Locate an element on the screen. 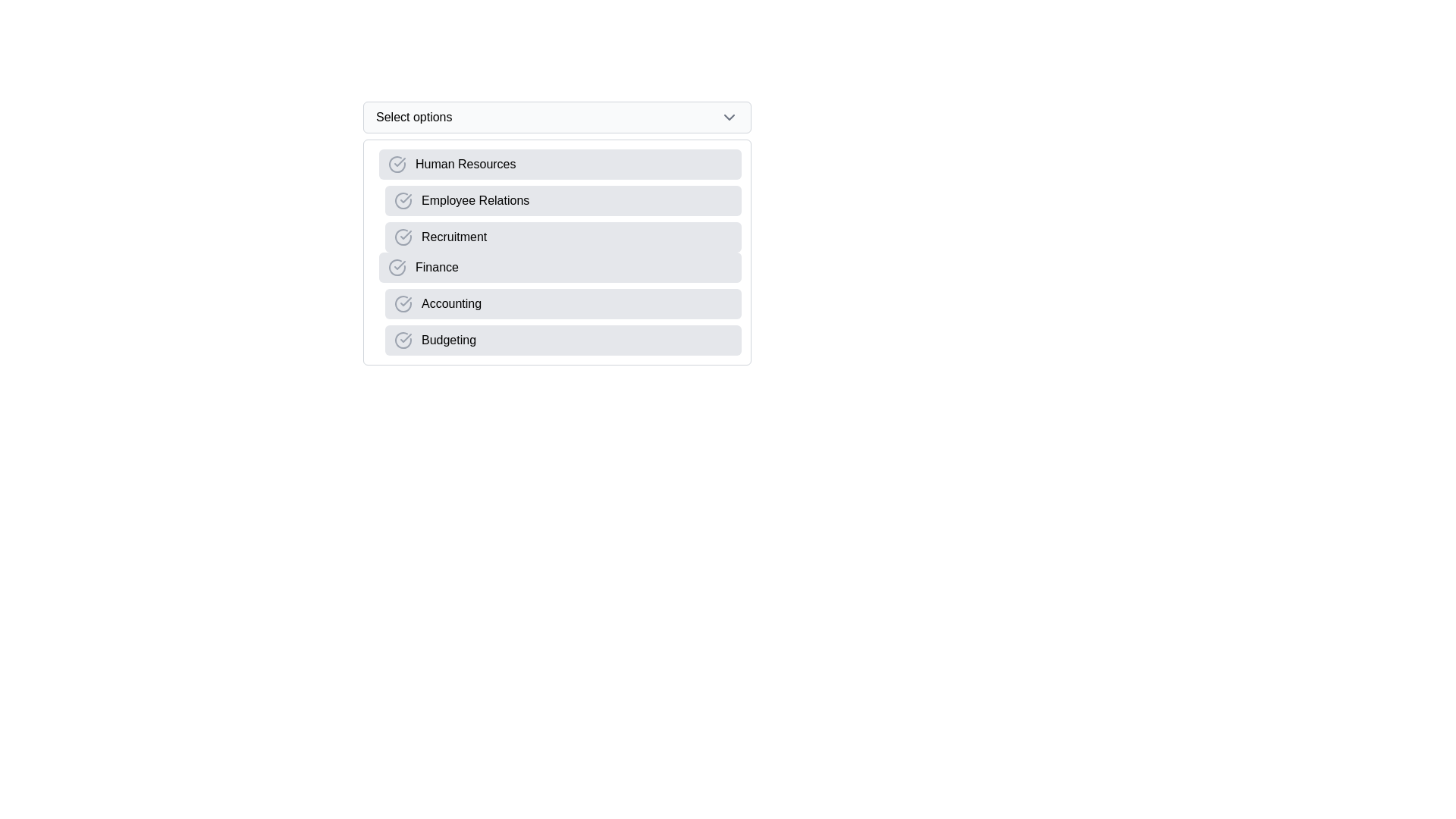 The width and height of the screenshot is (1456, 819). the downward-pointing chevron icon button, which is styled with a gray color and is part of a select dropdown header, located at the far-right end of the 'Select options' label is located at coordinates (729, 116).